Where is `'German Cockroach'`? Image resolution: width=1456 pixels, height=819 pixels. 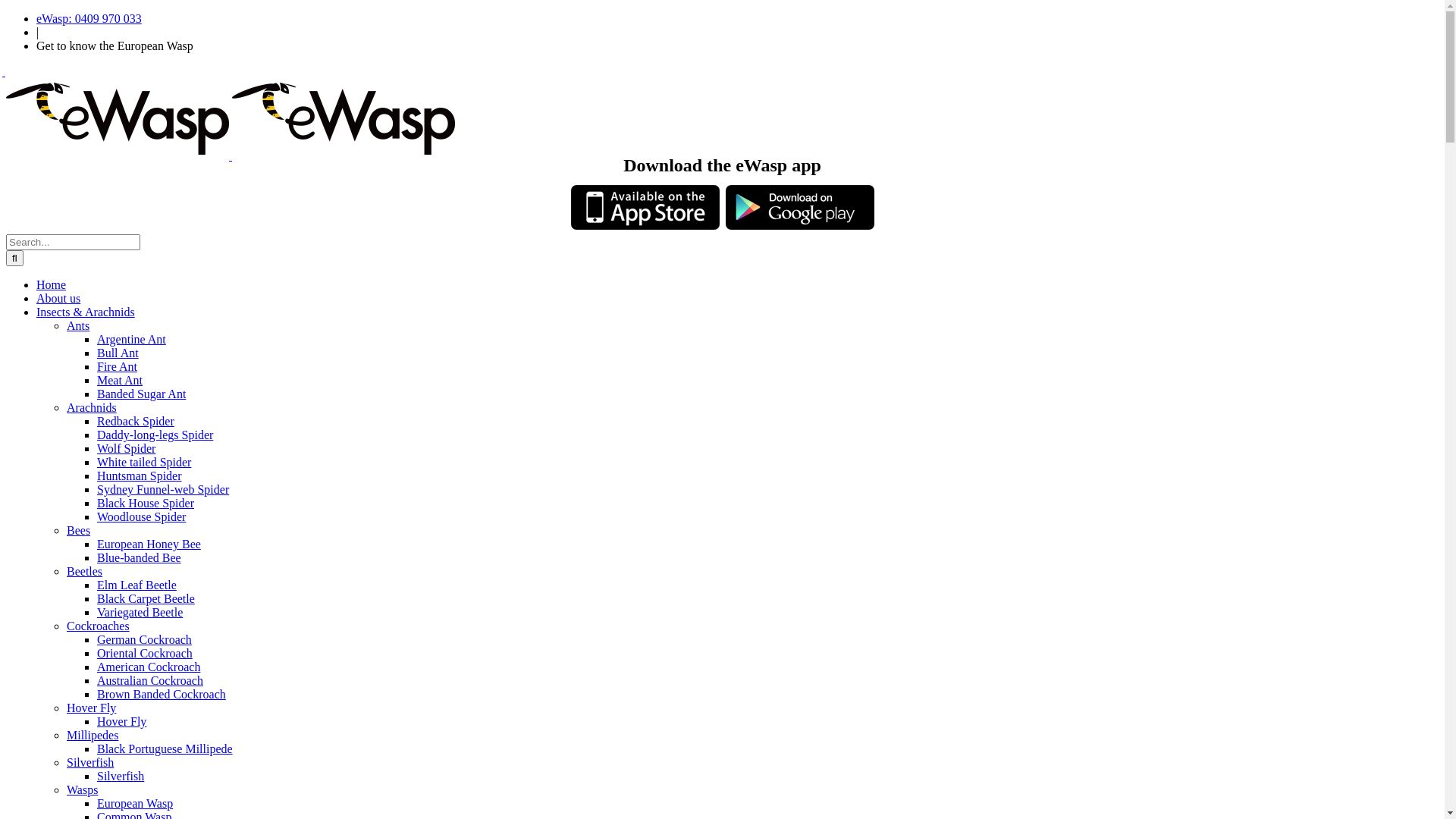
'German Cockroach' is located at coordinates (96, 639).